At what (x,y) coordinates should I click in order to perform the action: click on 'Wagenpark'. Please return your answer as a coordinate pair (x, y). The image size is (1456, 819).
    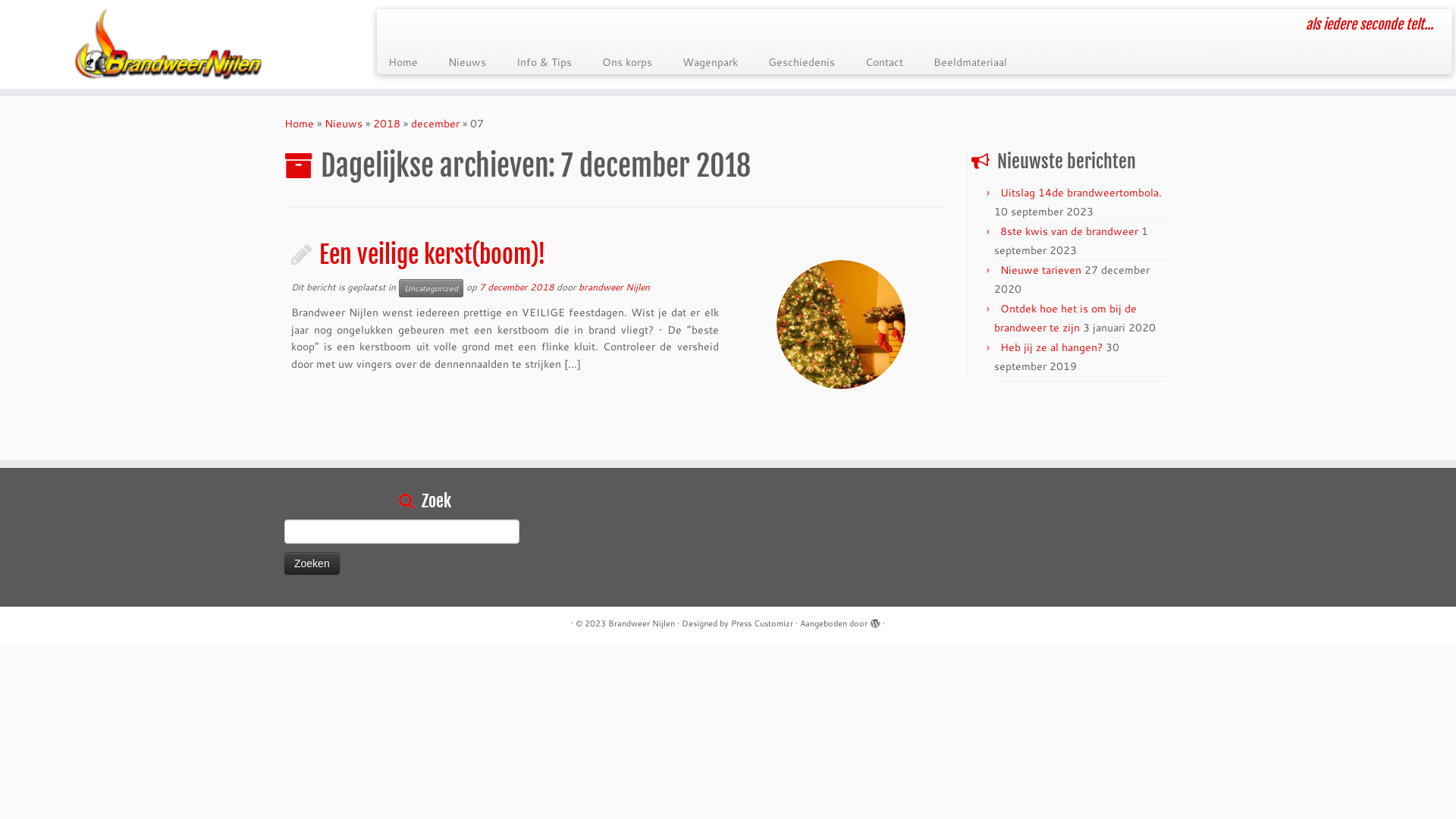
    Looking at the image, I should click on (709, 61).